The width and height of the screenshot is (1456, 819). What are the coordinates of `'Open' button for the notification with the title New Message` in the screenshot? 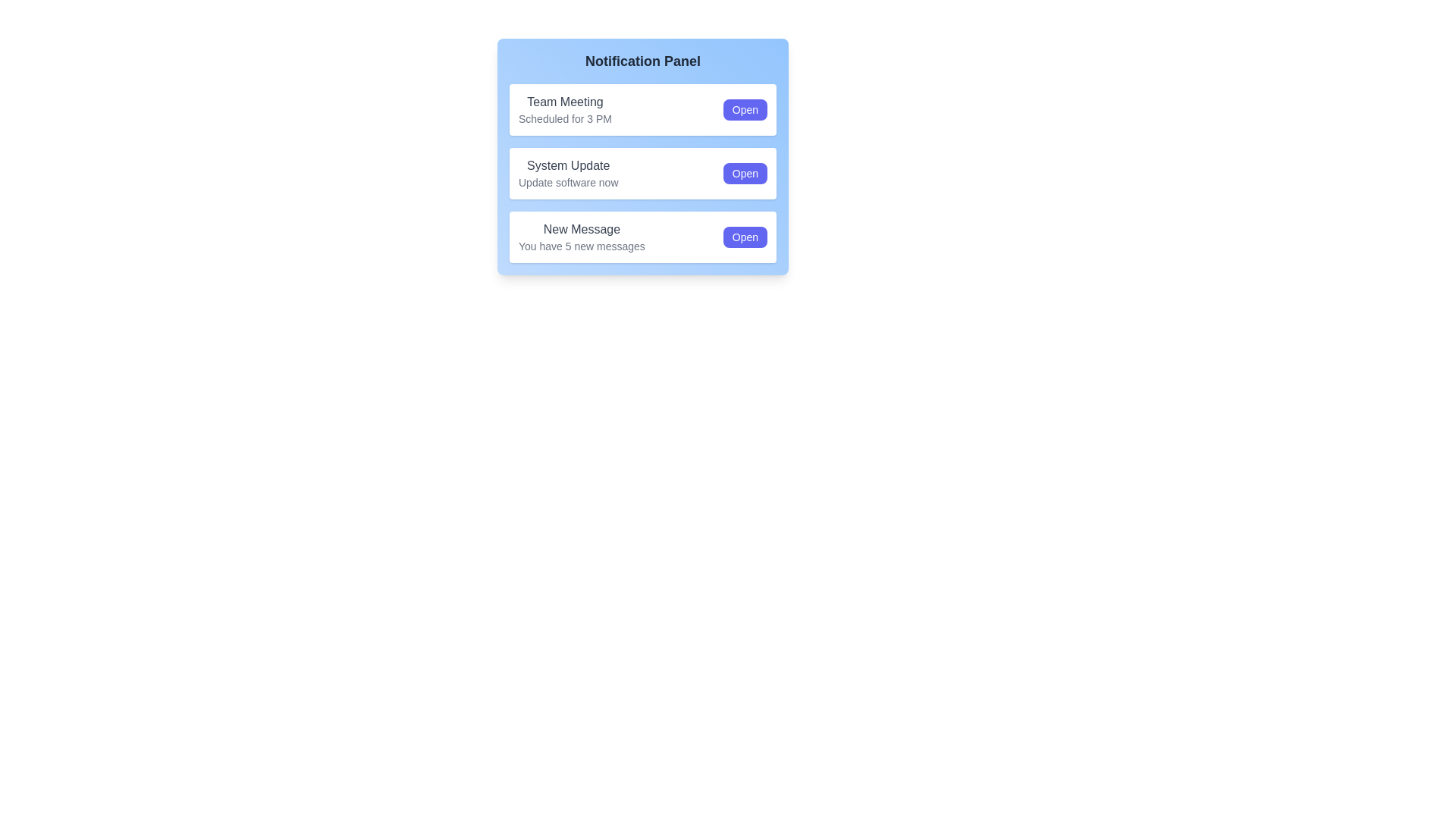 It's located at (745, 237).